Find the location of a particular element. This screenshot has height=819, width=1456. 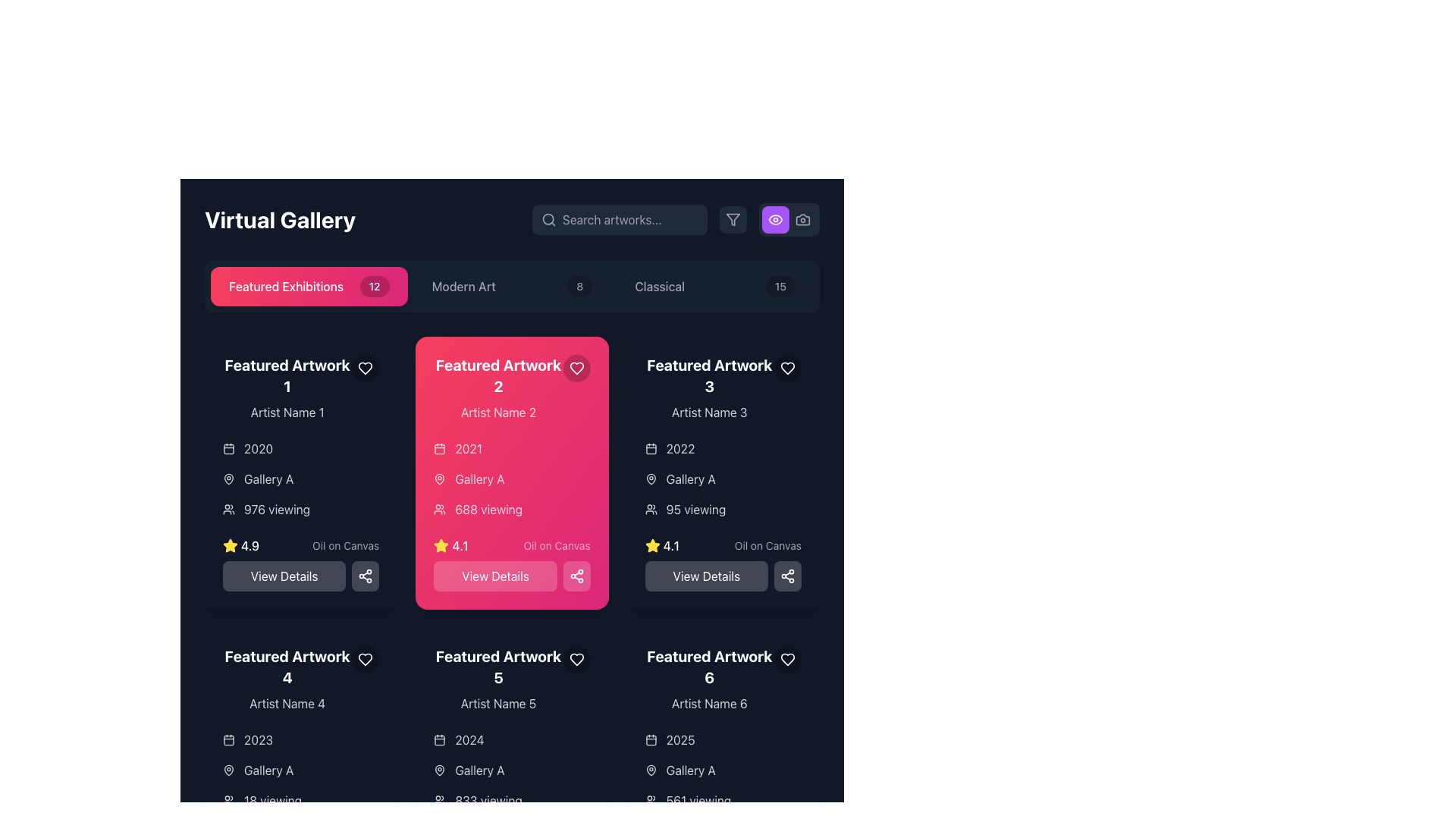

displayed information from the Text Information Block labeled 'Featured Artwork 5', which includes the heading and artist name, centered vertically within a dark background is located at coordinates (498, 678).